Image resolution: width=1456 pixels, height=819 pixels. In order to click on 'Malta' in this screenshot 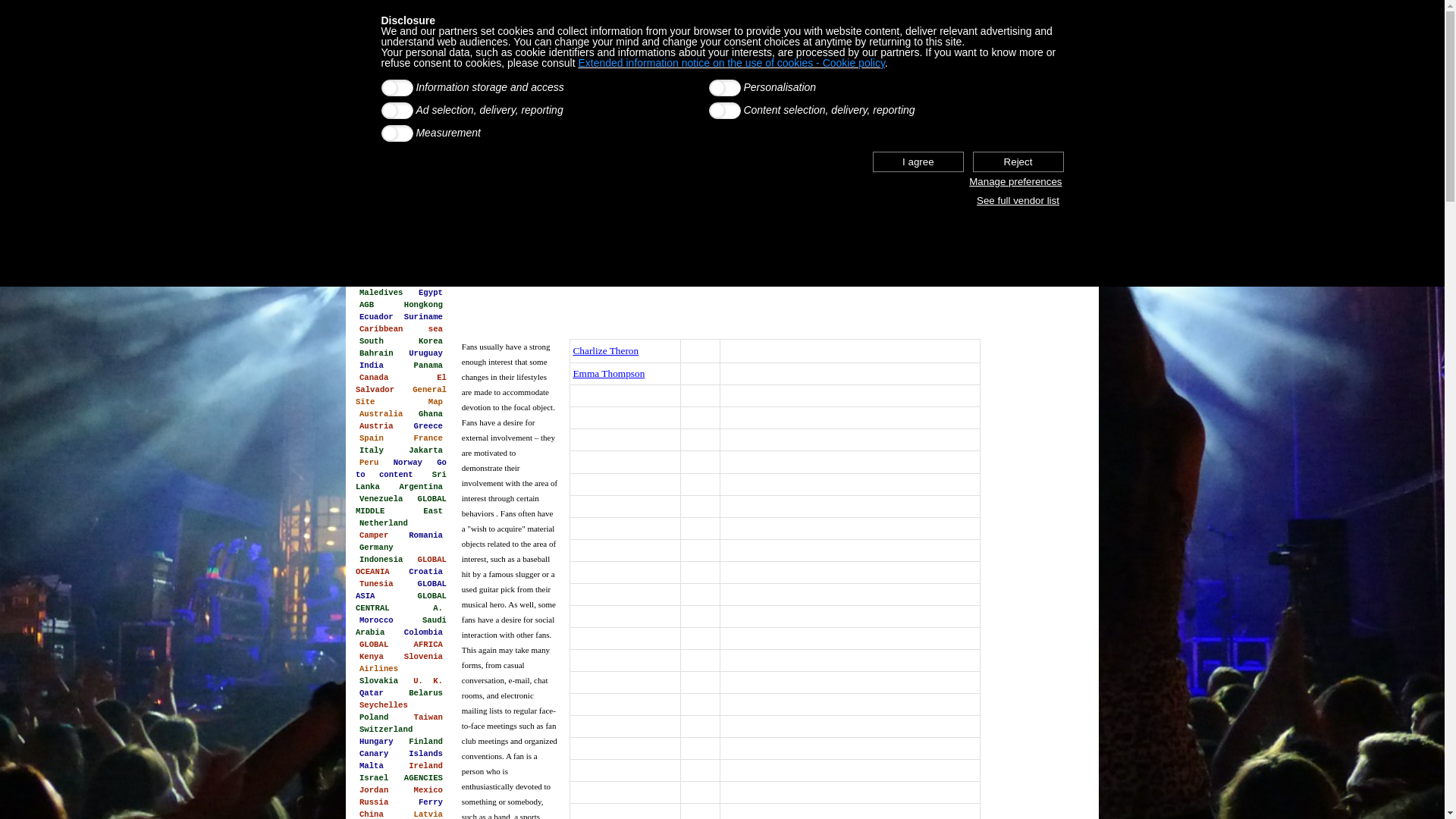, I will do `click(371, 766)`.